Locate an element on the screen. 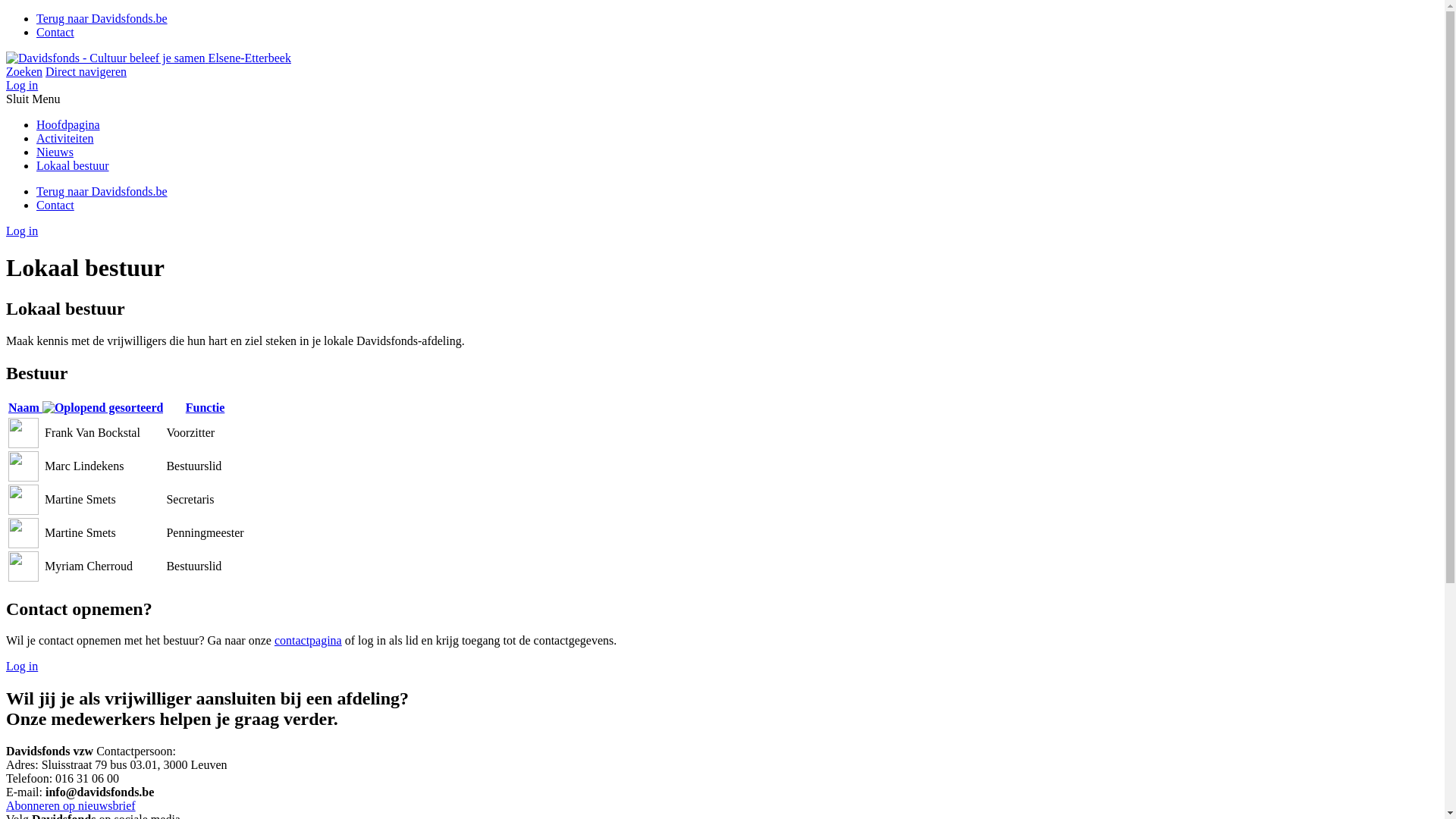 This screenshot has height=819, width=1456. 'Log in' is located at coordinates (21, 665).